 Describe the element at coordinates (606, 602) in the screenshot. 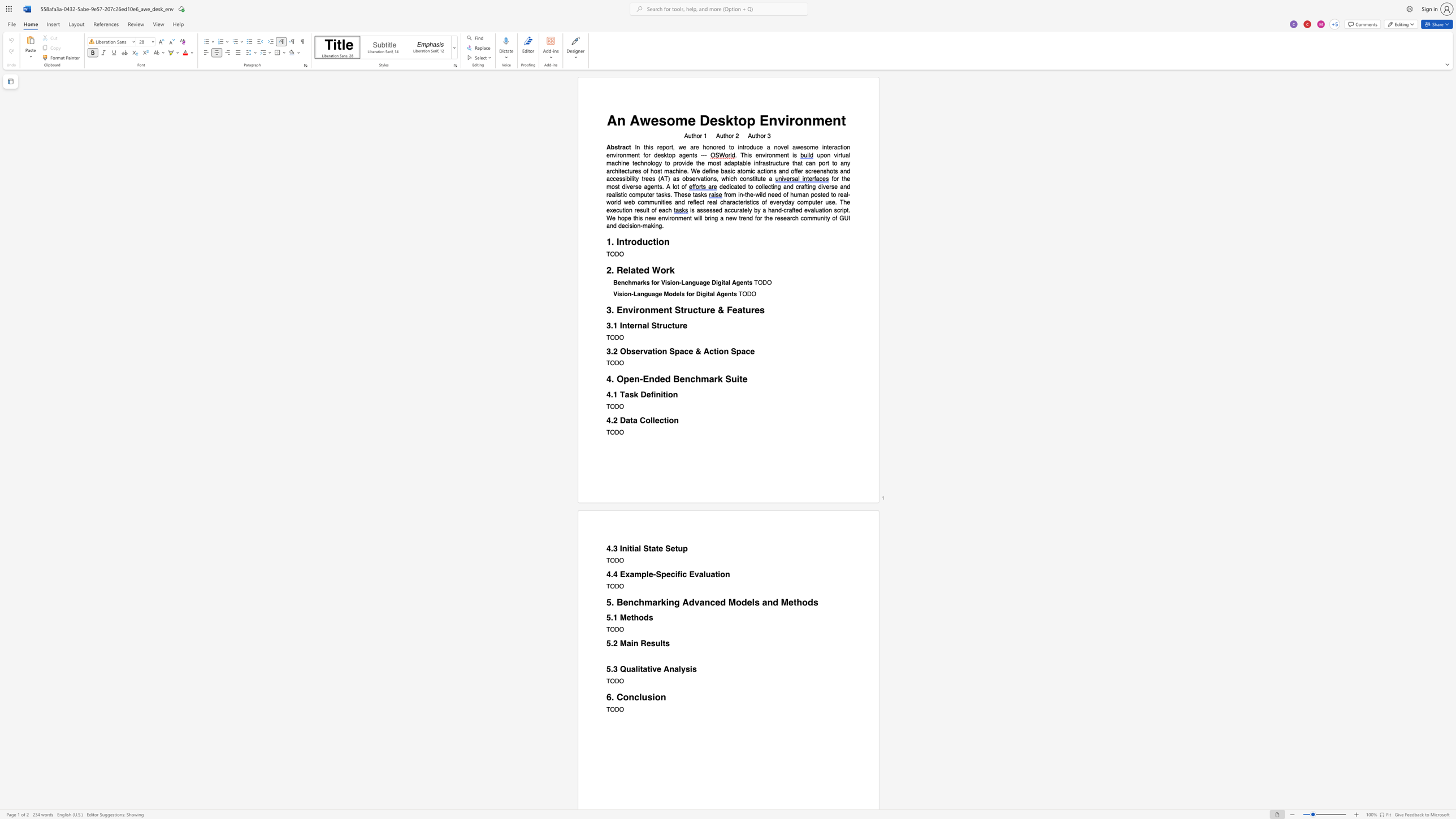

I see `the subset text "5. Benchmarking Ad" within the text "5. Benchmarking Advanced Models and Methods"` at that location.